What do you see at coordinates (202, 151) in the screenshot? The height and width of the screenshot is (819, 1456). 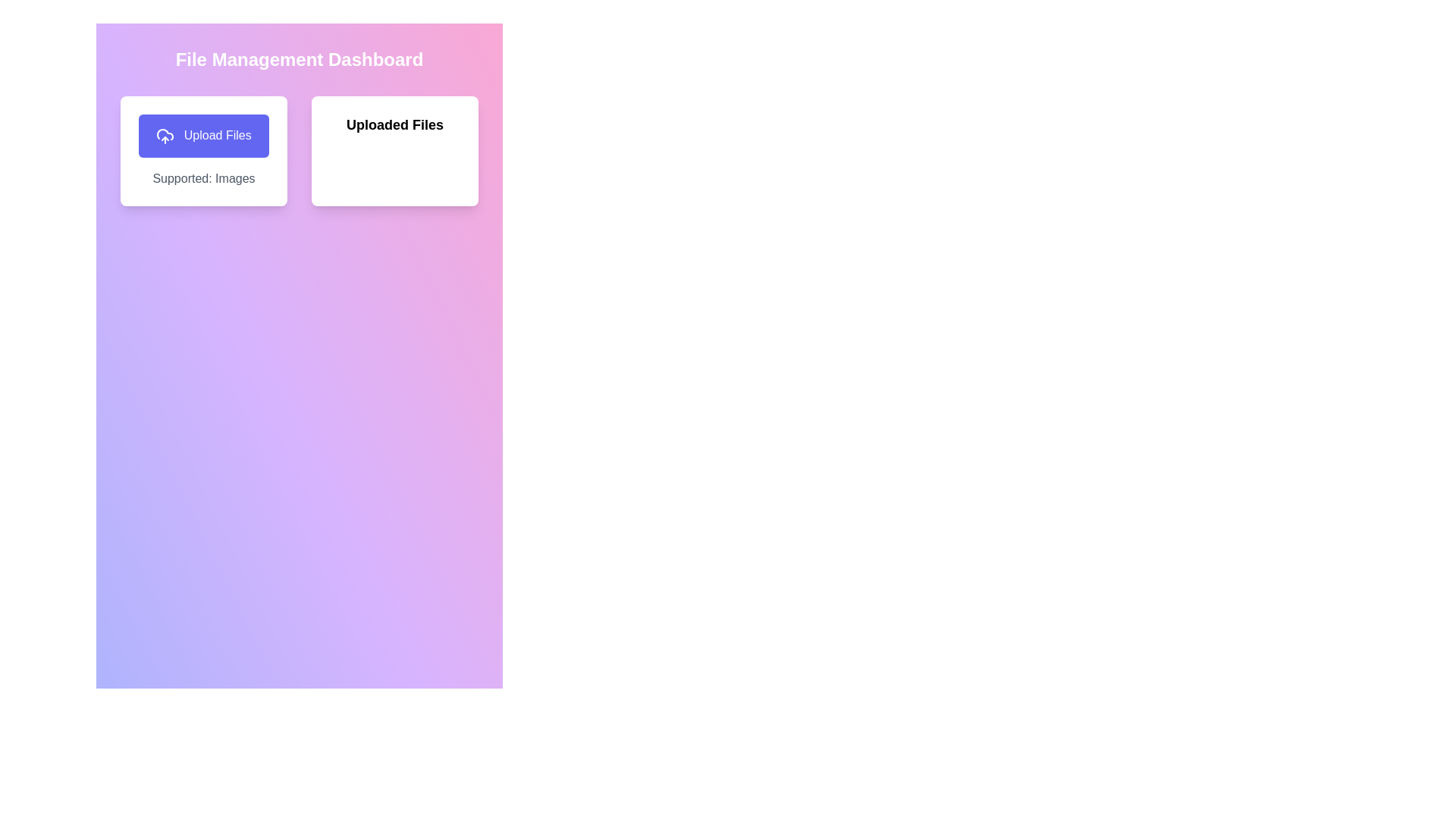 I see `the 'Upload Files' button on the leftmost card component in the top row of the two-column layout` at bounding box center [202, 151].